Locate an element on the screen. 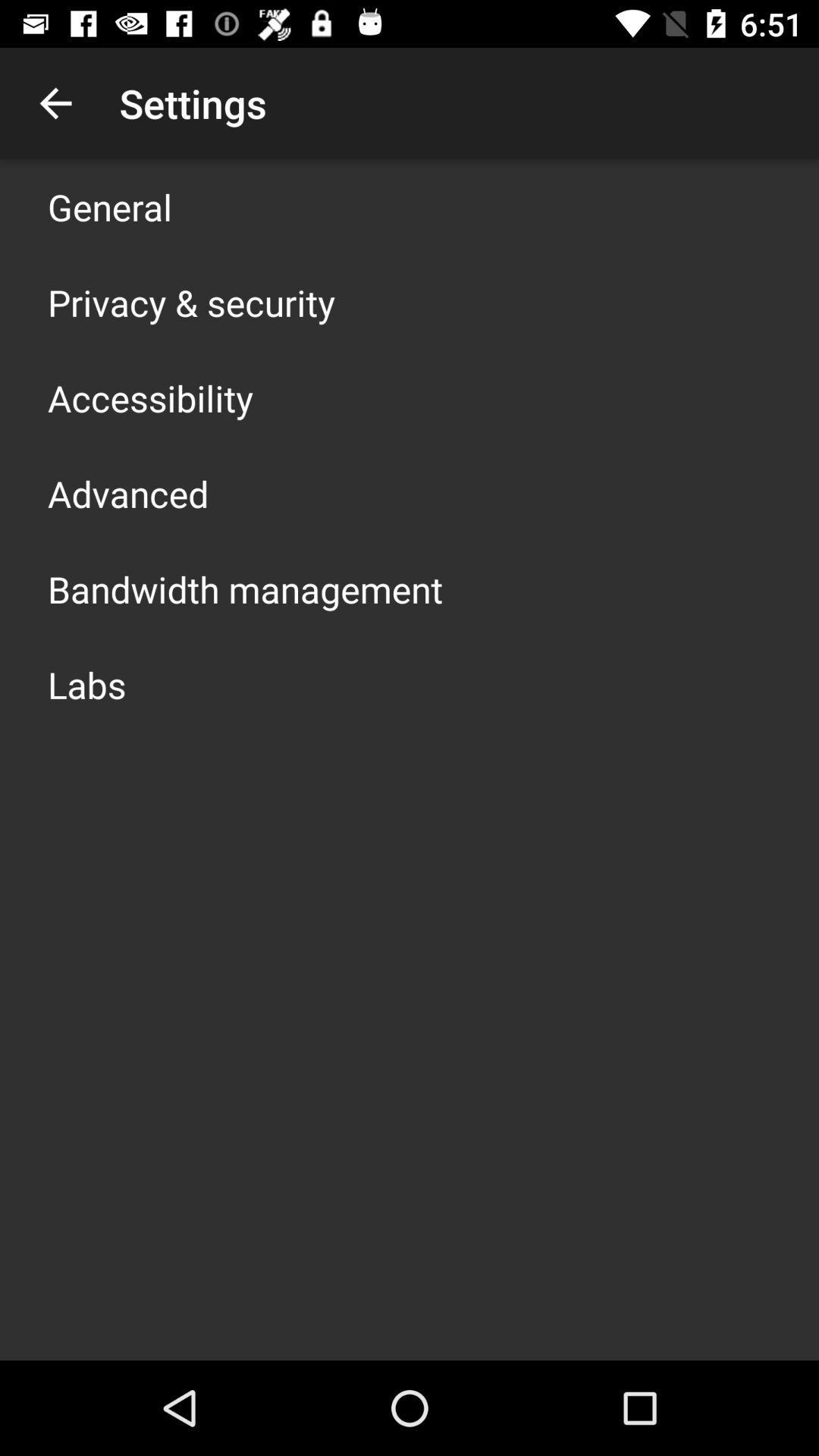  app above the bandwidth management app is located at coordinates (127, 494).